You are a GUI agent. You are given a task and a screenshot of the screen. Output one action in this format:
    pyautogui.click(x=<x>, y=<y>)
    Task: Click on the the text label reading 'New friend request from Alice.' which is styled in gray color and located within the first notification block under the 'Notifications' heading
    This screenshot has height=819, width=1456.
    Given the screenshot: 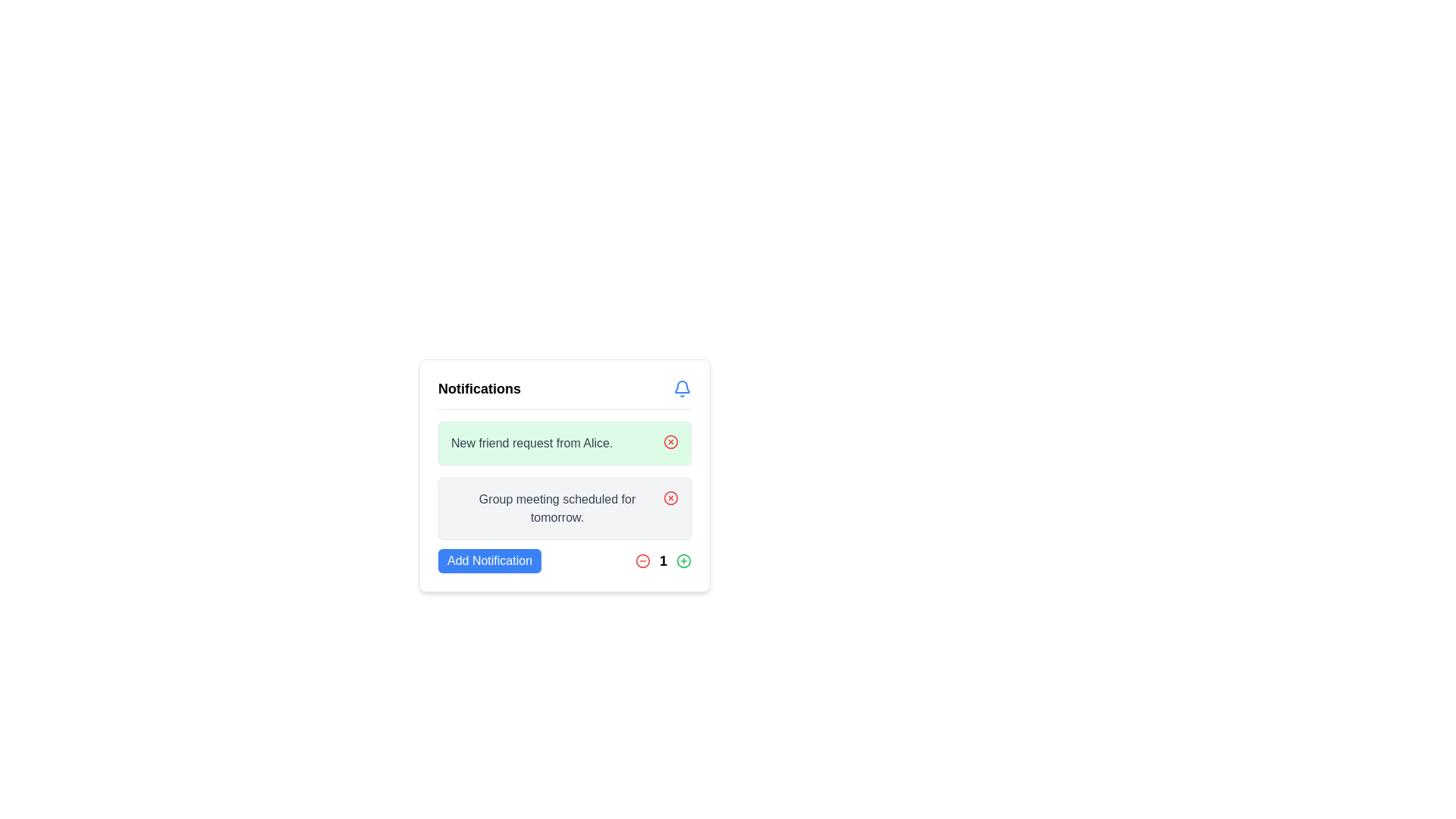 What is the action you would take?
    pyautogui.click(x=532, y=444)
    